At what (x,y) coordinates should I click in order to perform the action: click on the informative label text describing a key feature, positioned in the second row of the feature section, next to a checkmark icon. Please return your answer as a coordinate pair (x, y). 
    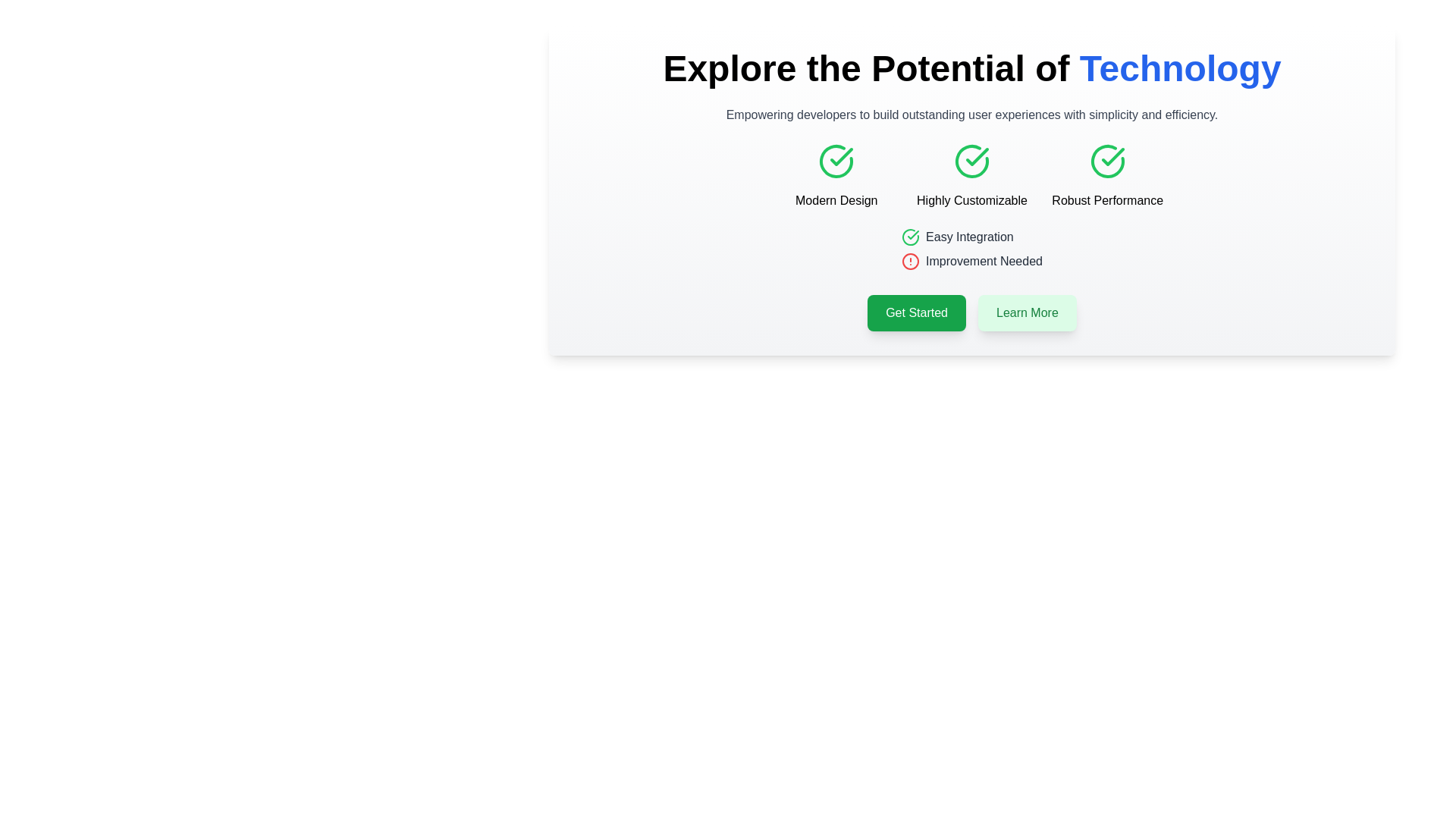
    Looking at the image, I should click on (968, 237).